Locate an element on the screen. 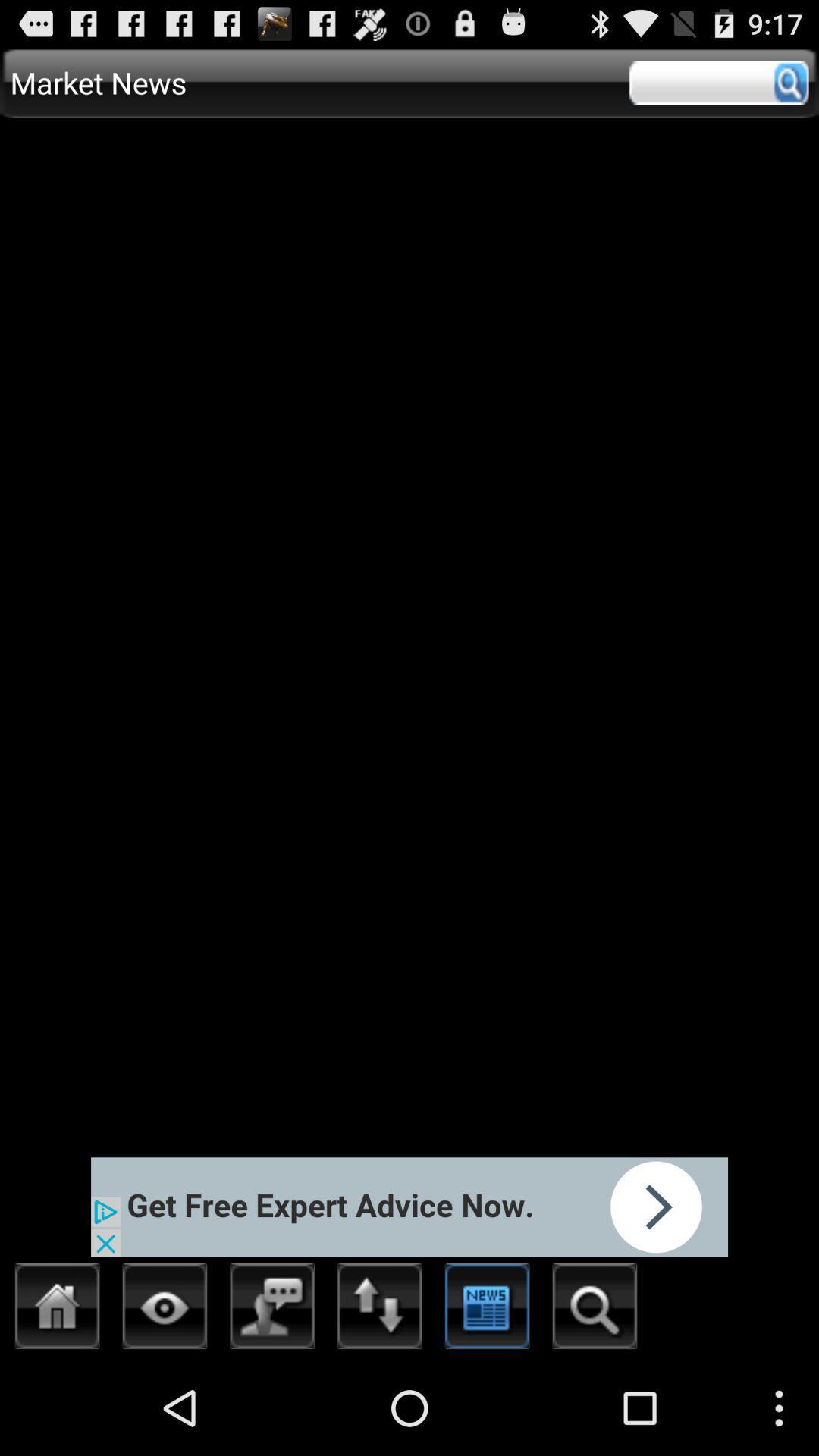  search is located at coordinates (594, 1310).